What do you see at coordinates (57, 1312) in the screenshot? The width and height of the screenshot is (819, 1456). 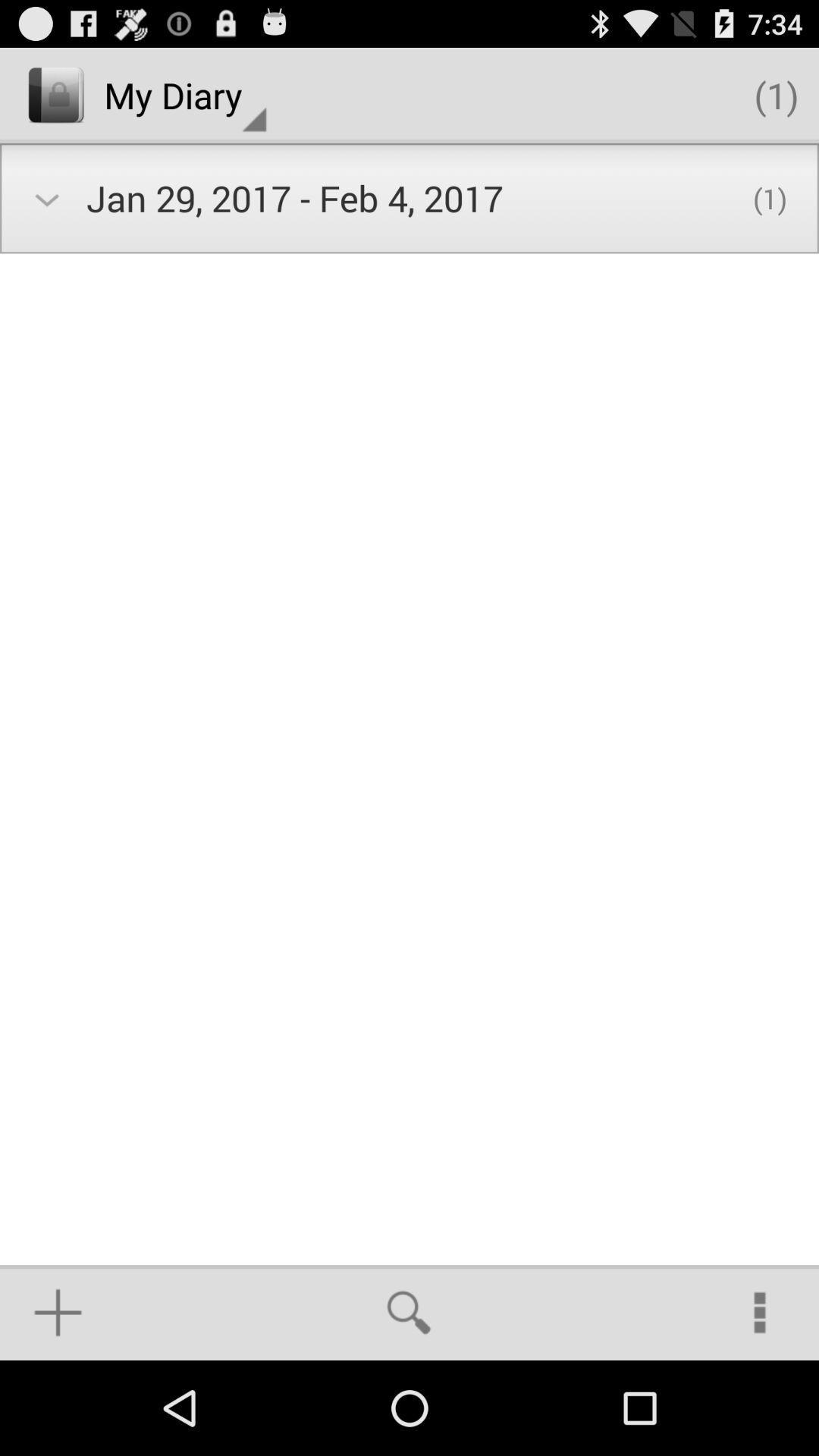 I see `icon at the bottom left corner` at bounding box center [57, 1312].